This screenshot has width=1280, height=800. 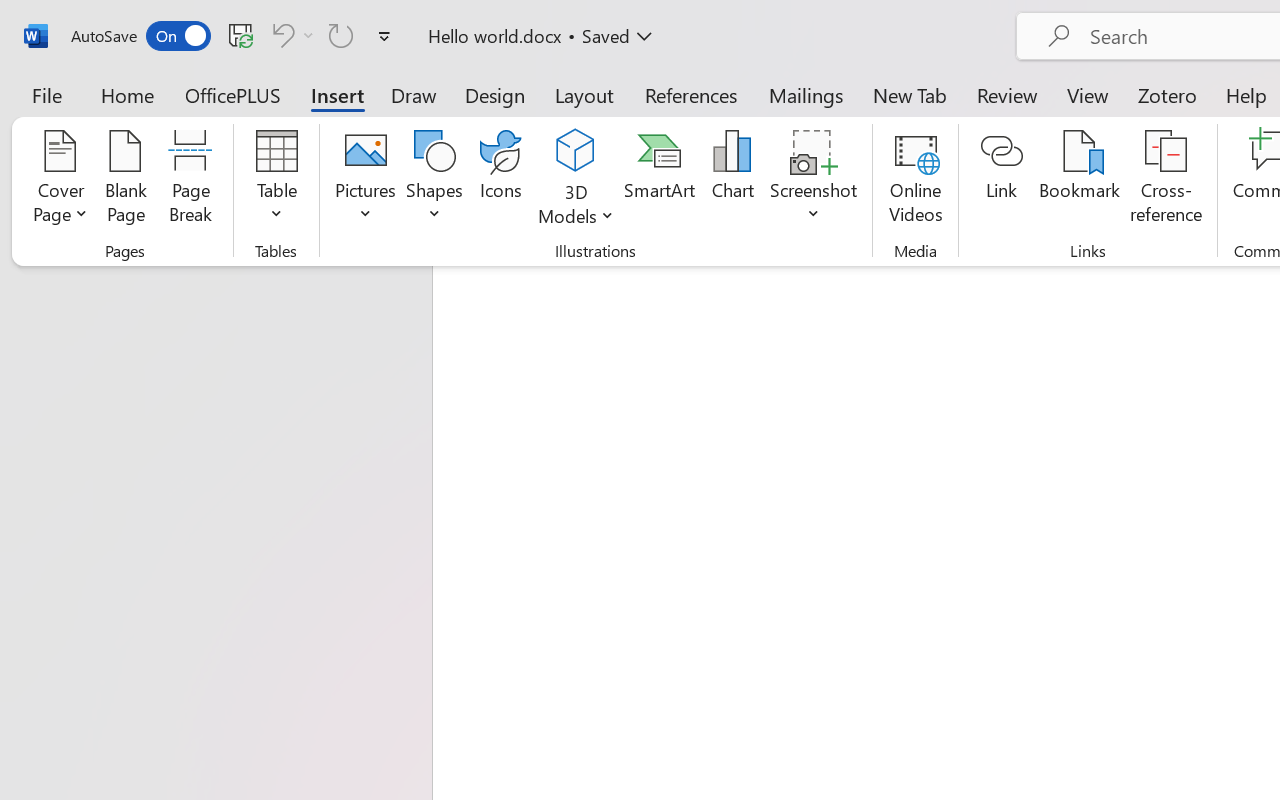 I want to click on 'Can', so click(x=289, y=34).